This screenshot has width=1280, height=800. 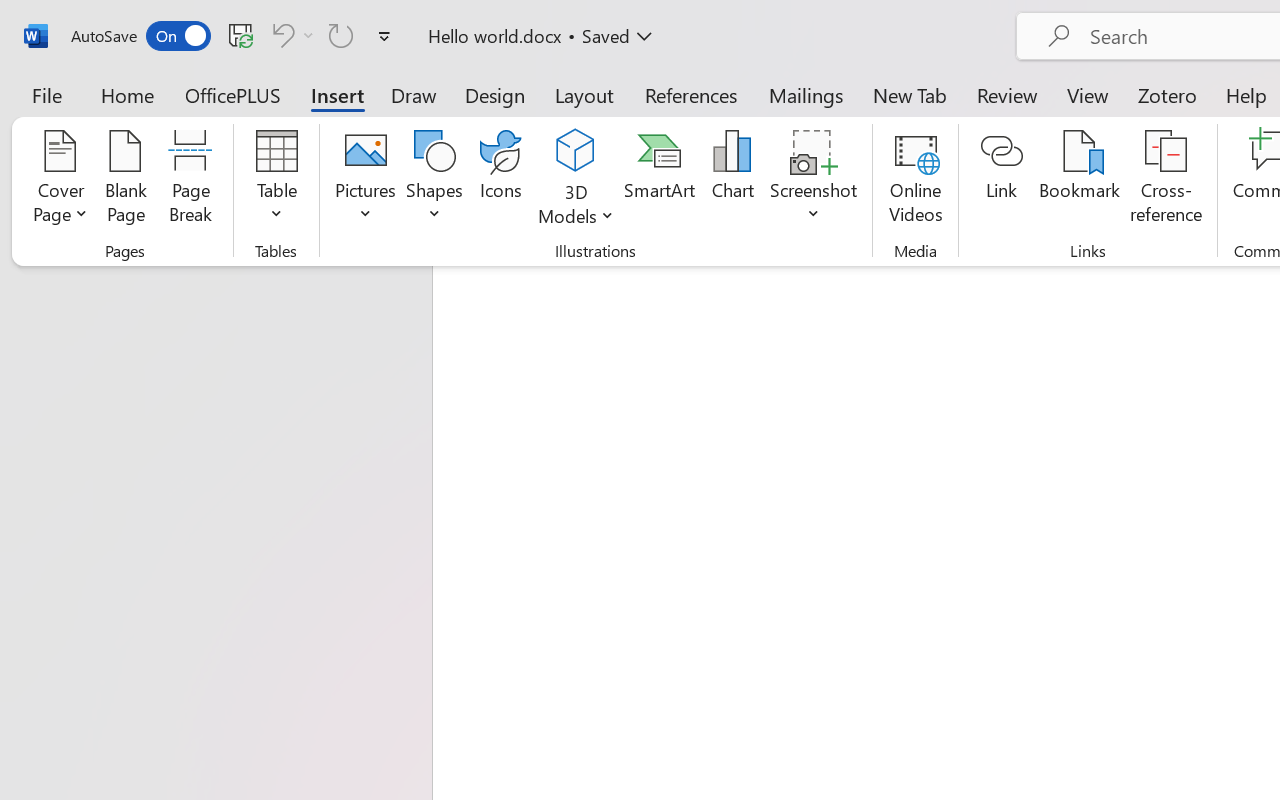 I want to click on 'Can', so click(x=289, y=34).